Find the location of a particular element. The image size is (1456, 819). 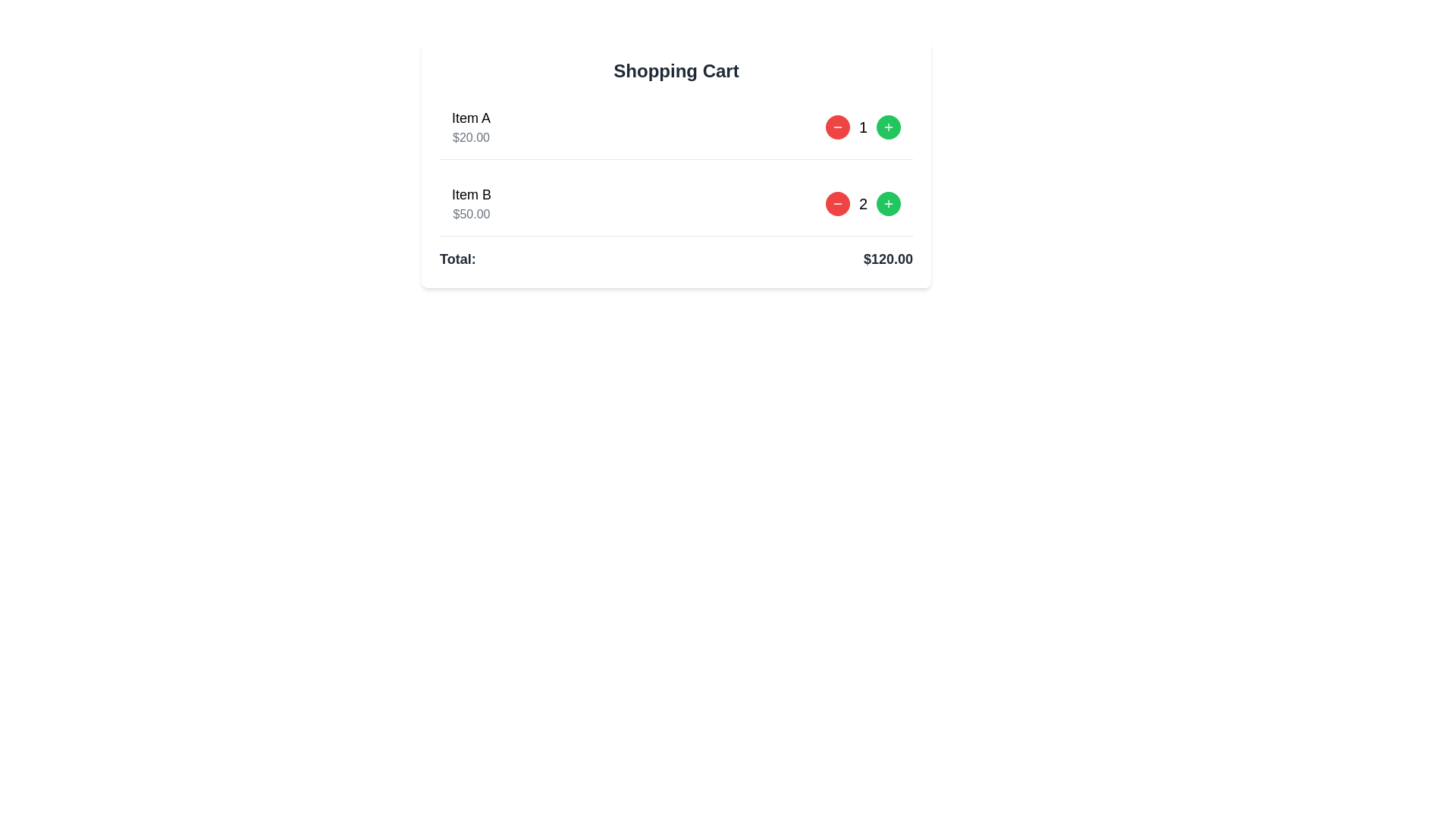

the text display element that shows the quantity of the item in the shopping cart, located between a minus button on the left and a plus button on the right is located at coordinates (863, 127).